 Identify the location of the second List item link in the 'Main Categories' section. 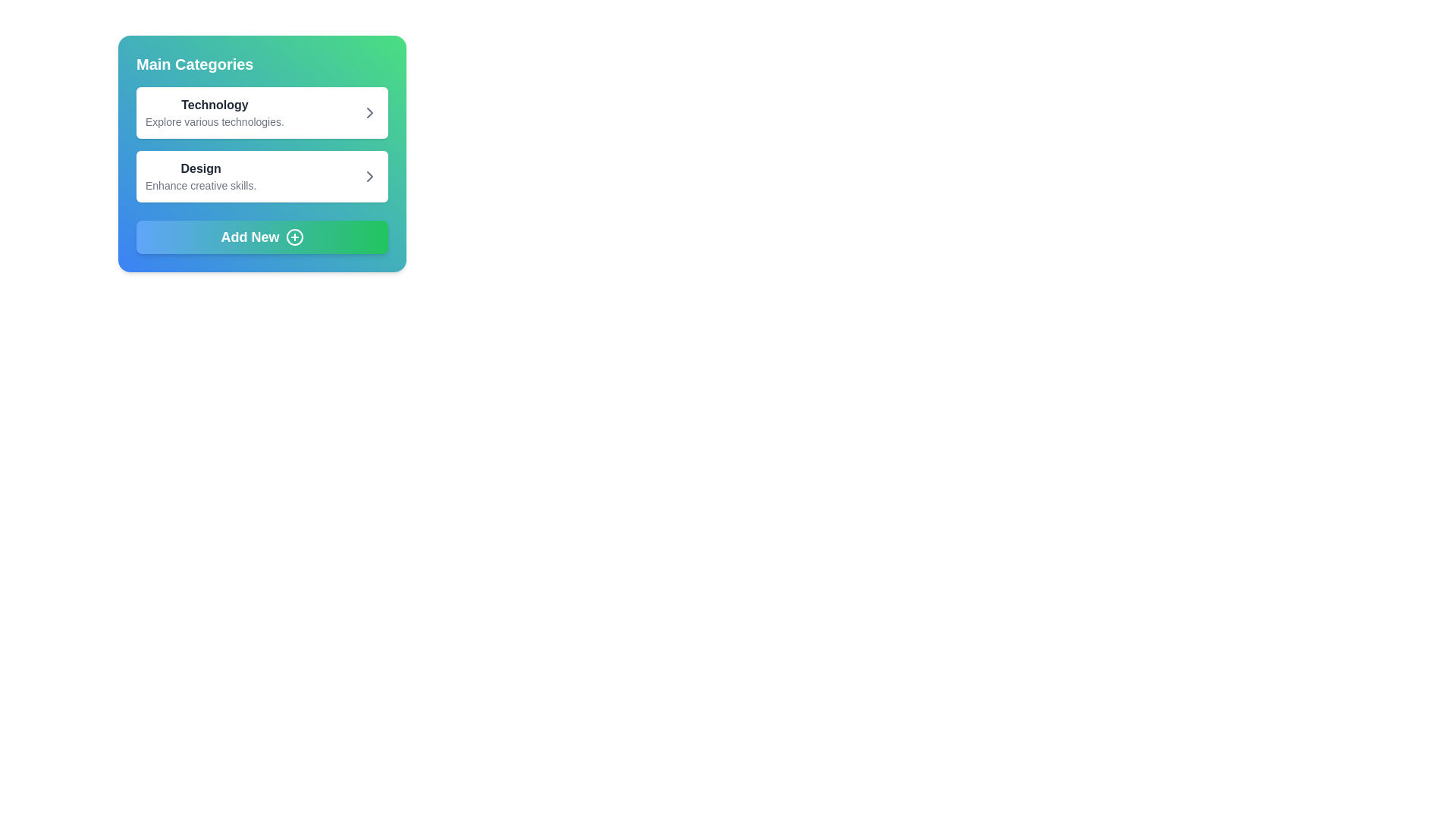
(262, 175).